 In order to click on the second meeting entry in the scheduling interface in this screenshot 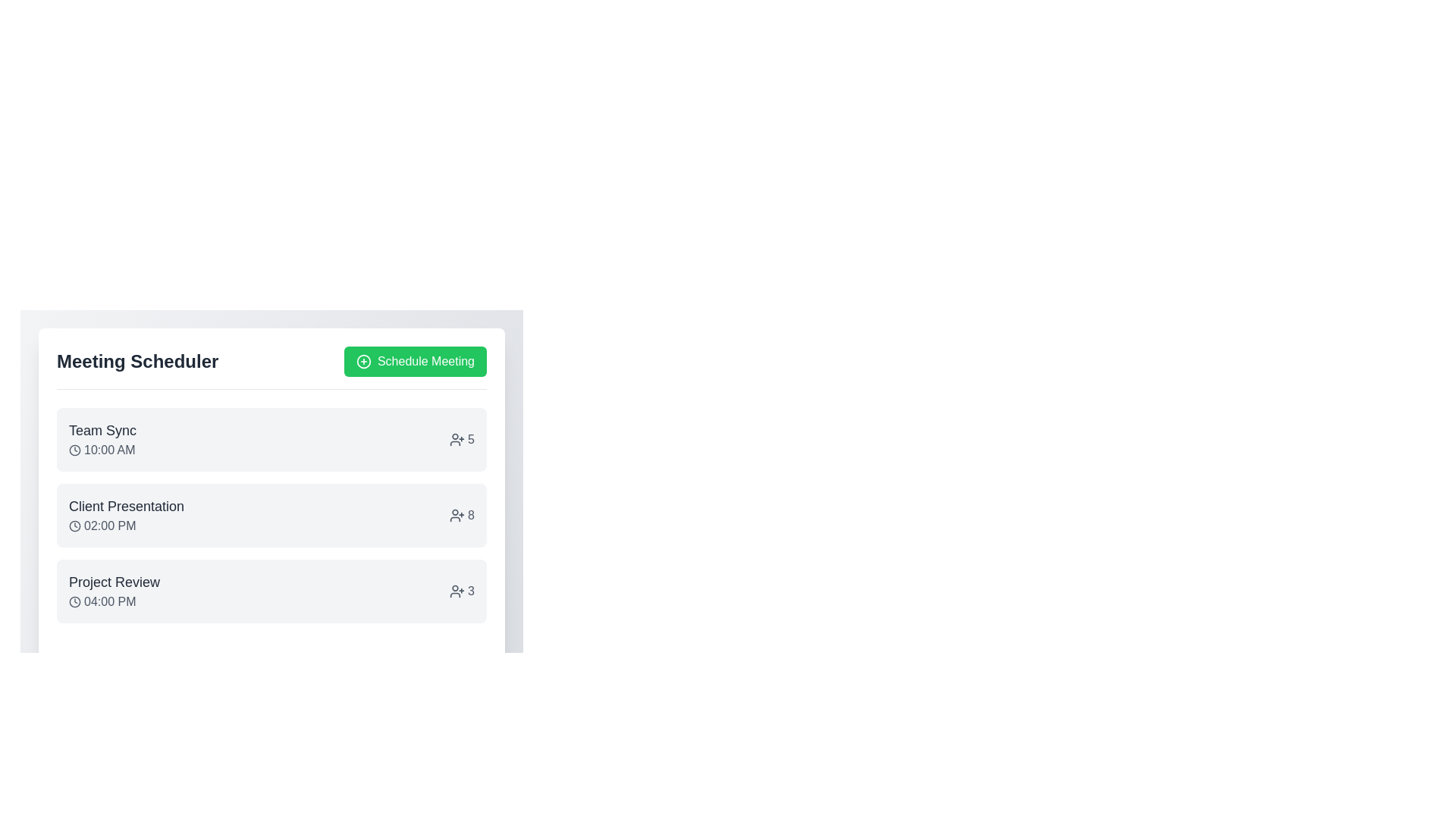, I will do `click(271, 514)`.